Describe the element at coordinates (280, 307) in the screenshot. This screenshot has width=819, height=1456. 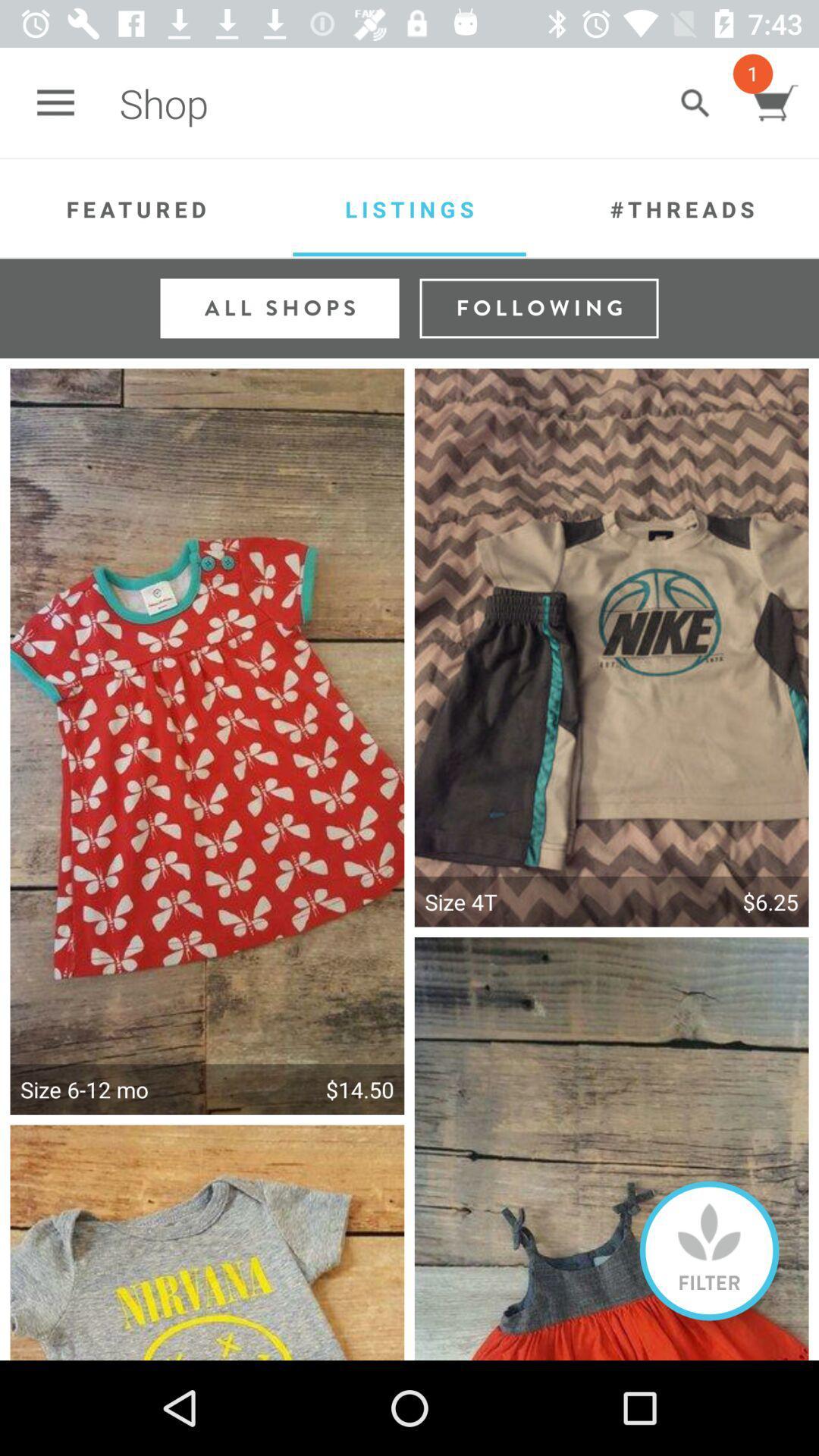
I see `item next to the following` at that location.